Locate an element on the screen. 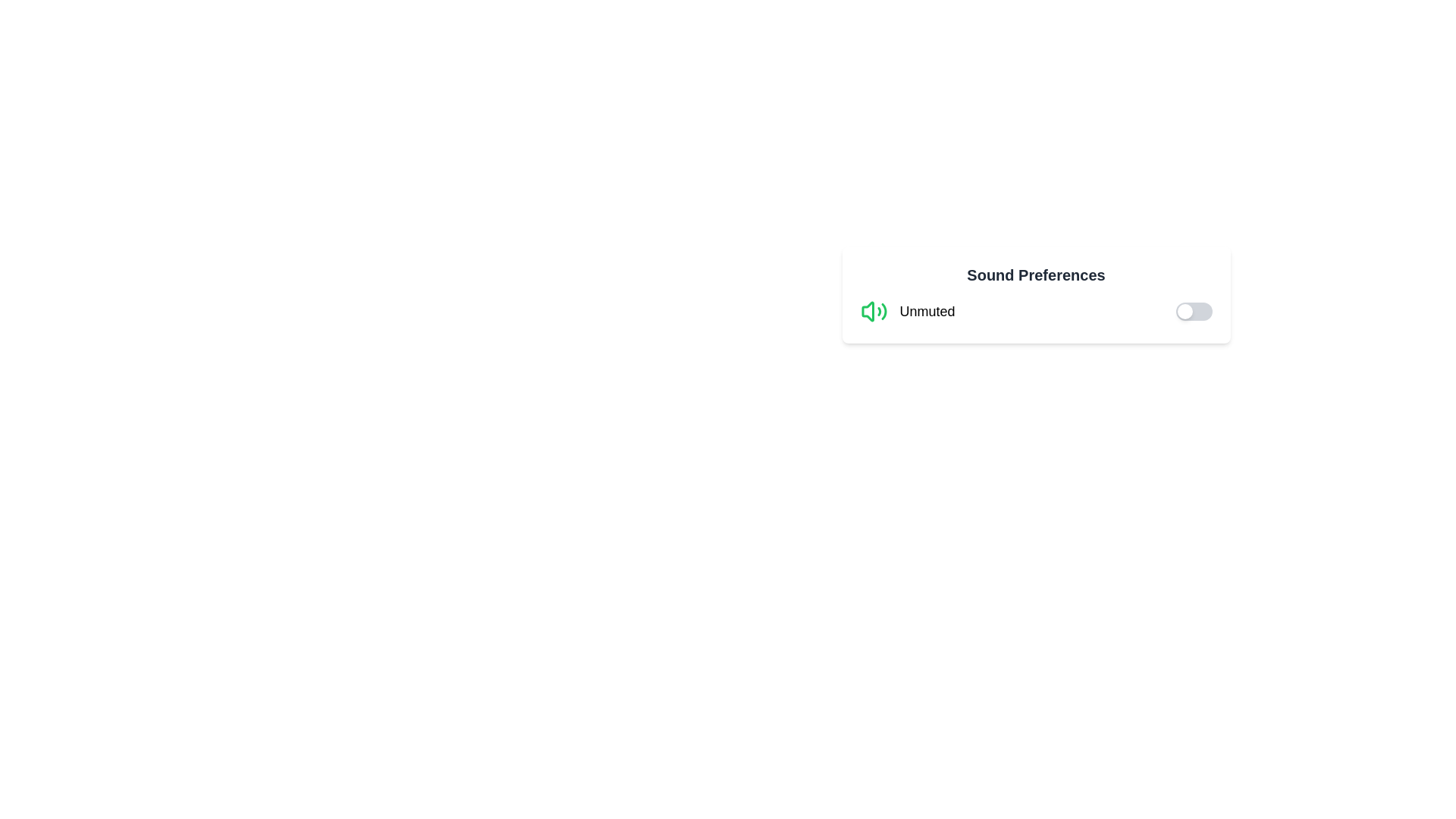 The height and width of the screenshot is (819, 1456). the toggle switch located to the far right of the 'Sound Preferences' panel, aligned with the text 'Unmuted' is located at coordinates (1193, 311).